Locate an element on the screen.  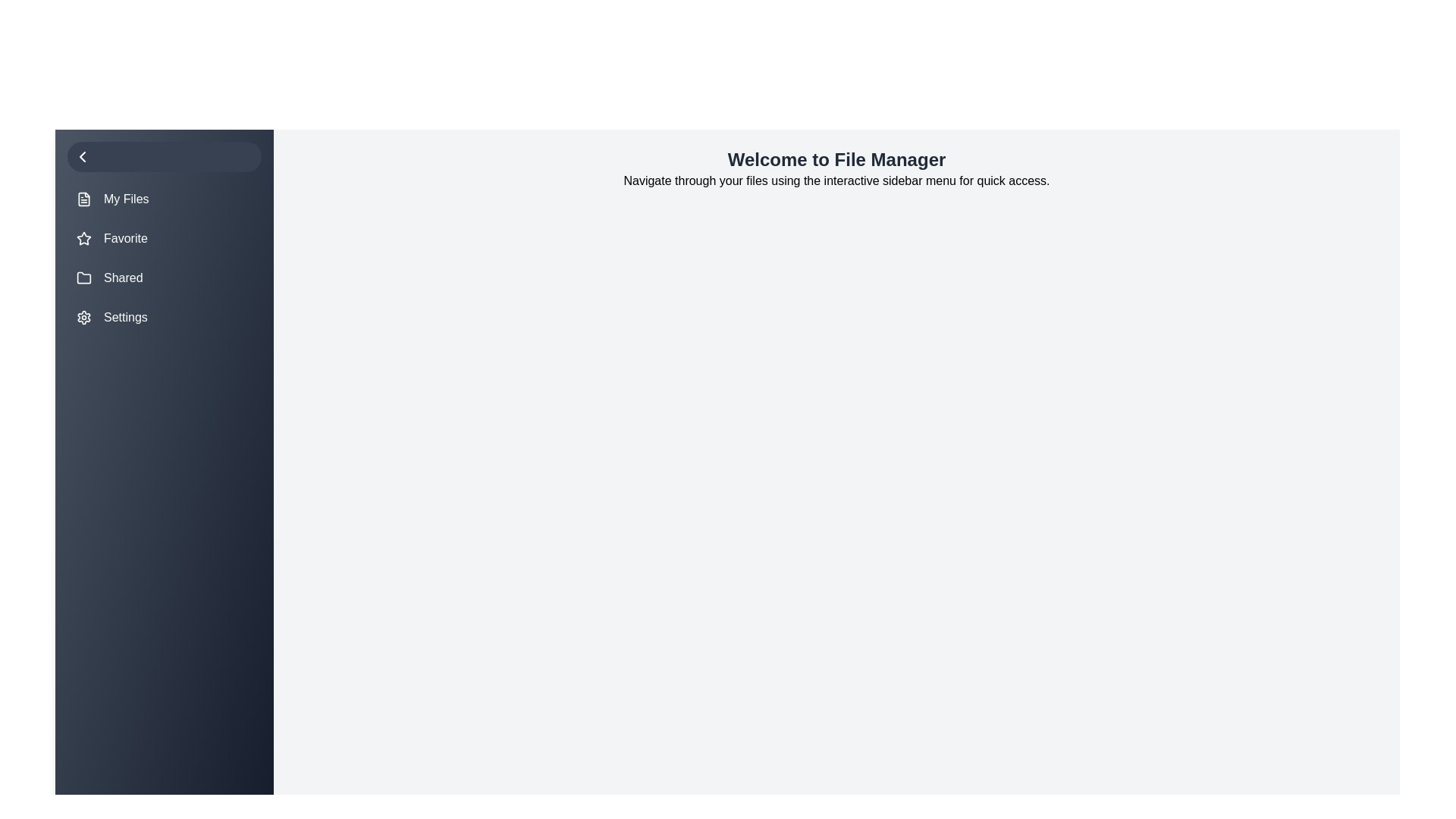
the menu item labeled Settings is located at coordinates (164, 317).